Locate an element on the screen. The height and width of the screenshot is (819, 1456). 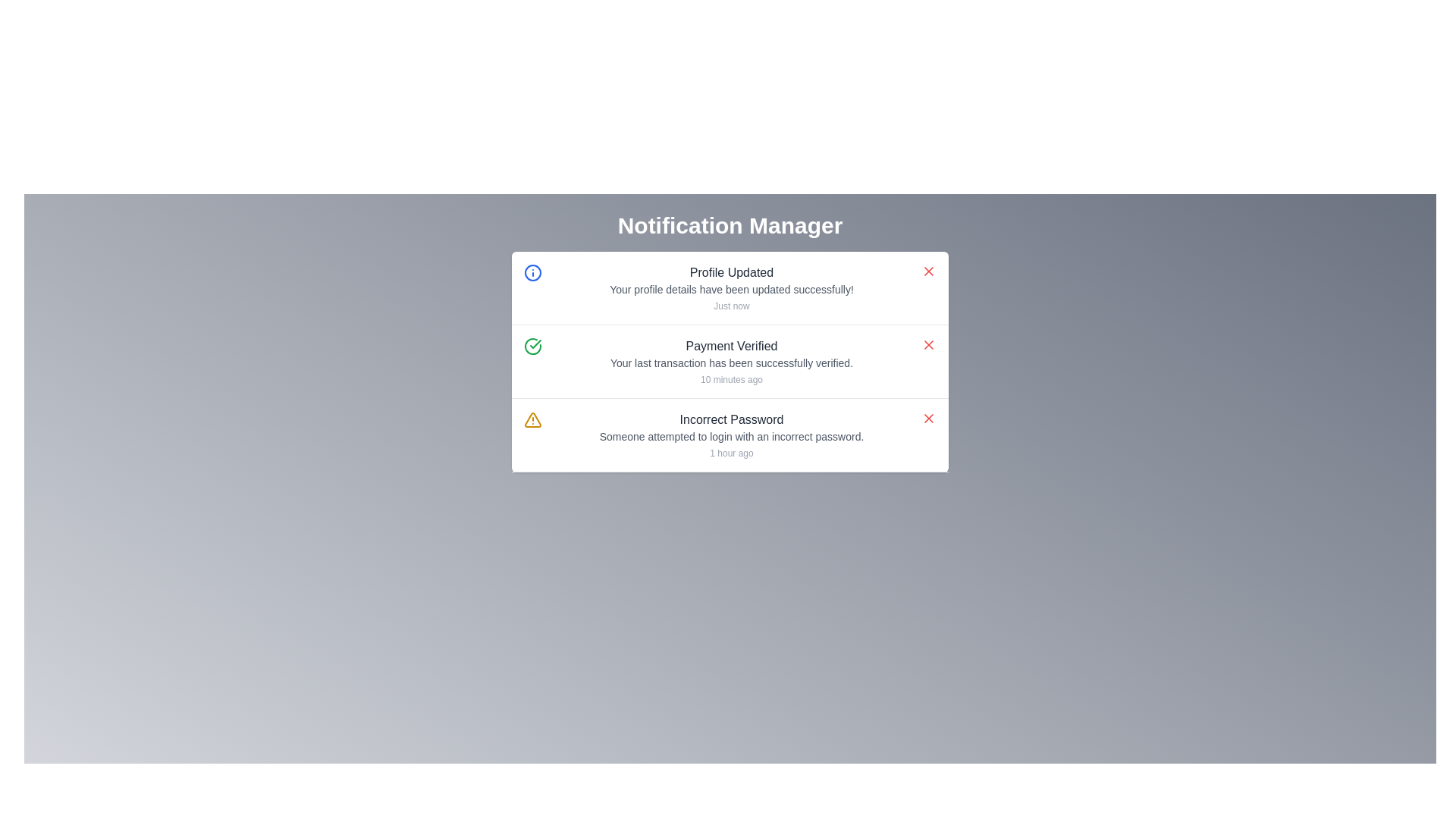
green circular icon line segment in the second notification item for debugging purposes is located at coordinates (532, 346).